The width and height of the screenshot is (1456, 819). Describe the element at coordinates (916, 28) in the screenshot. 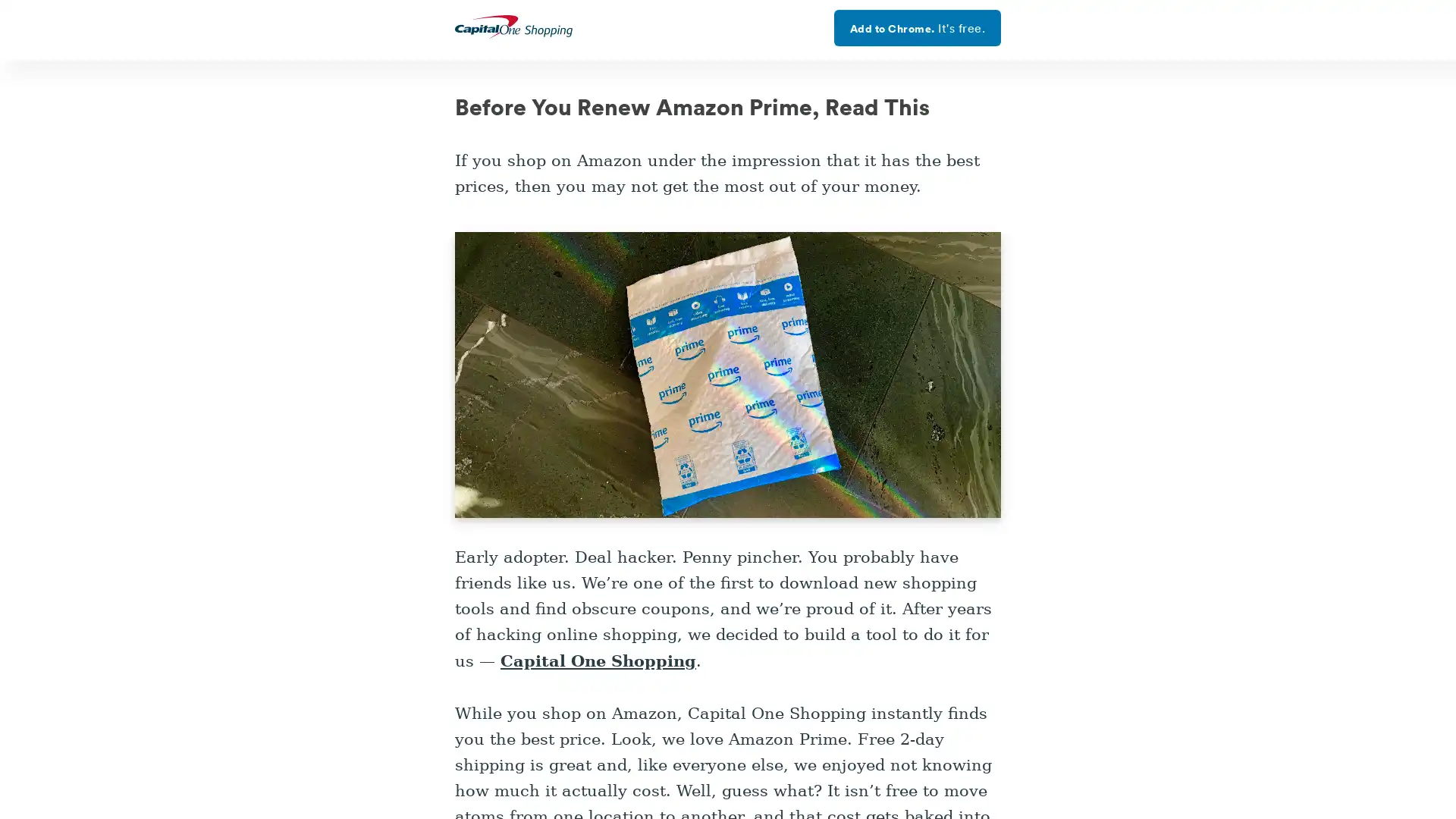

I see `Add to Chrome. It's free.` at that location.